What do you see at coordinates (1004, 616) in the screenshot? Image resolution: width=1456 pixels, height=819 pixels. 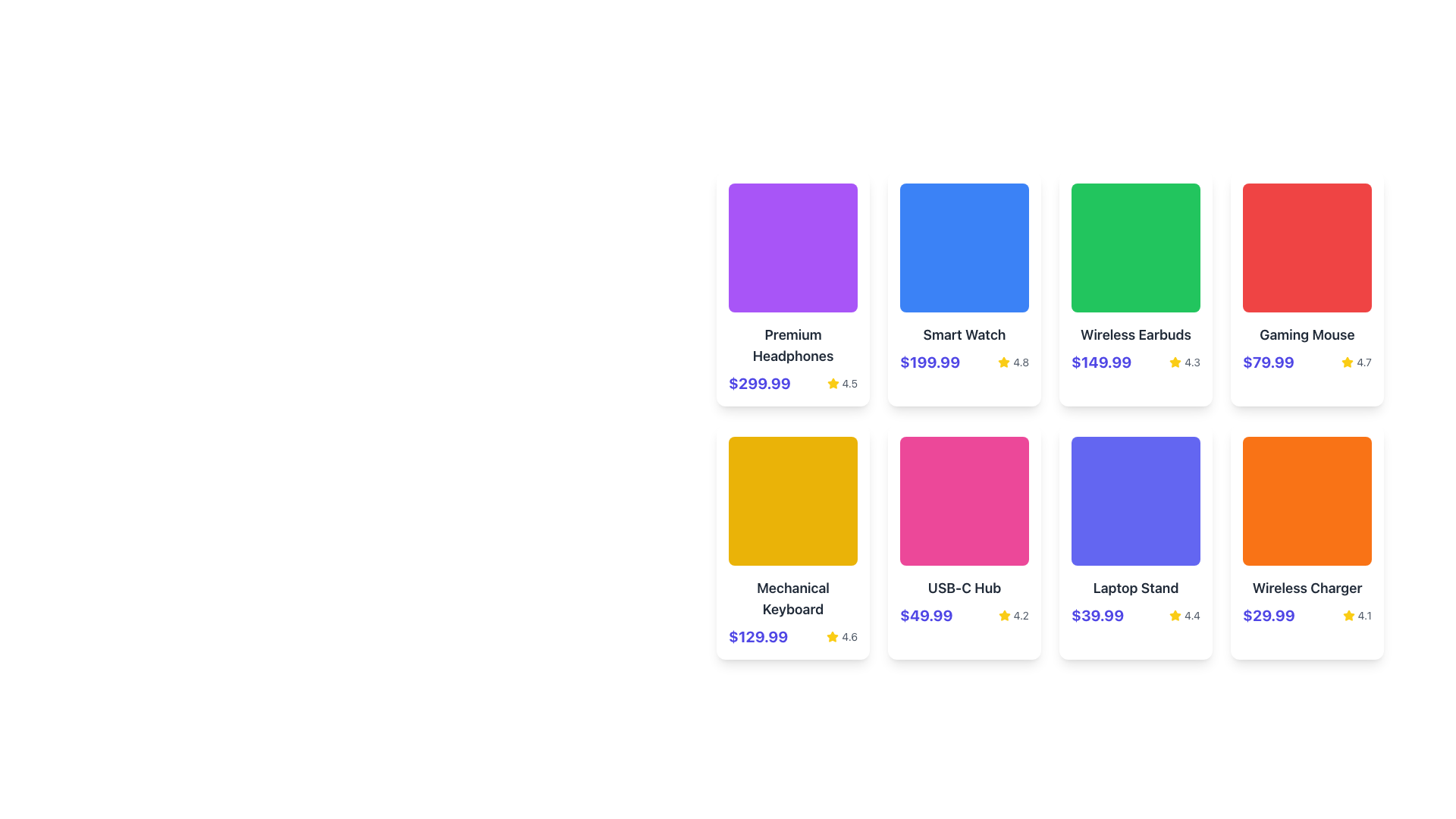 I see `the rating star icon that indicates a rating score of 4.2 for the USB-C Hub product, located in the second row, second column of the card grid layout` at bounding box center [1004, 616].